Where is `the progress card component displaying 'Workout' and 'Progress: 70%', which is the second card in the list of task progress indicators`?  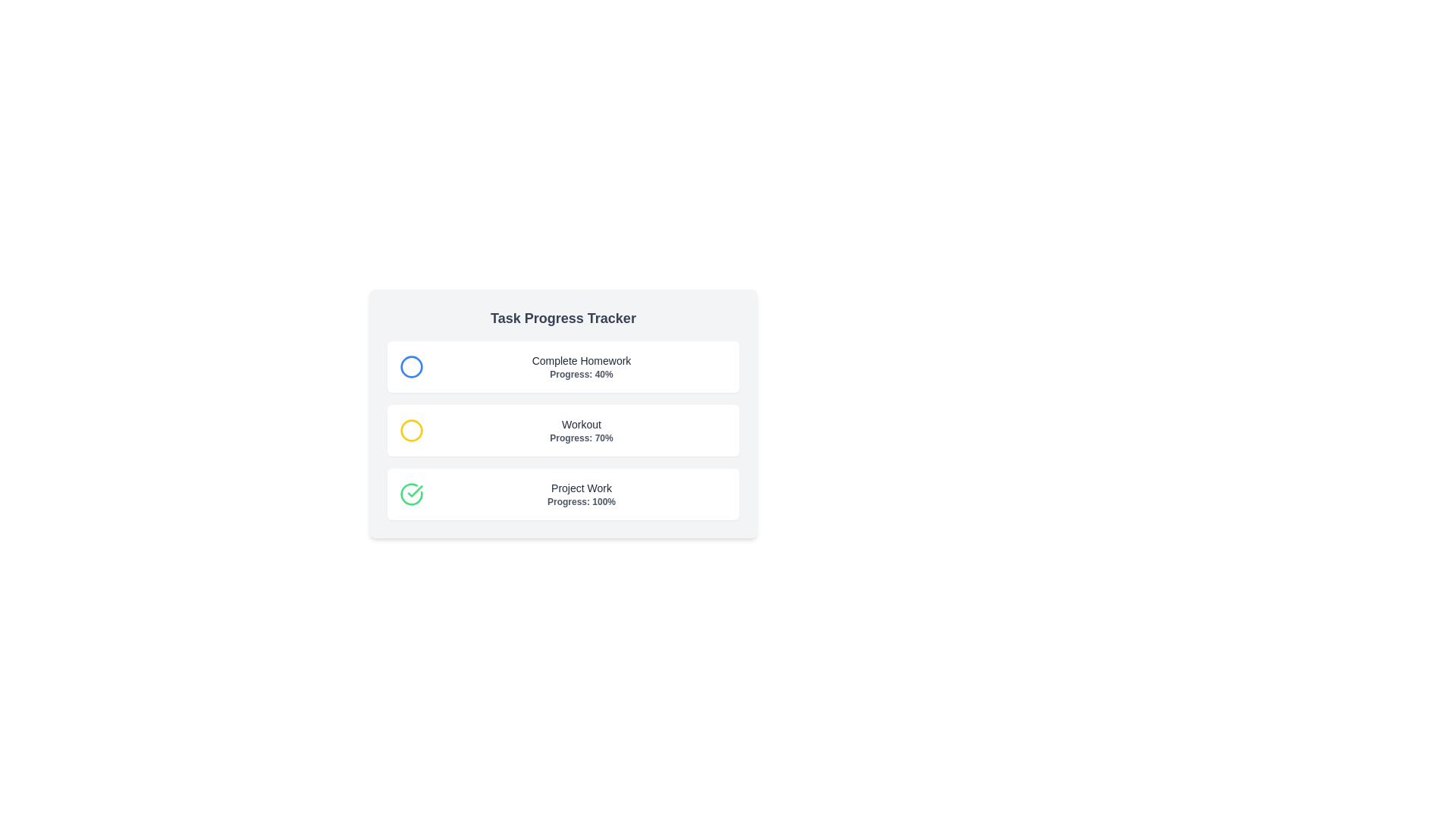 the progress card component displaying 'Workout' and 'Progress: 70%', which is the second card in the list of task progress indicators is located at coordinates (563, 430).